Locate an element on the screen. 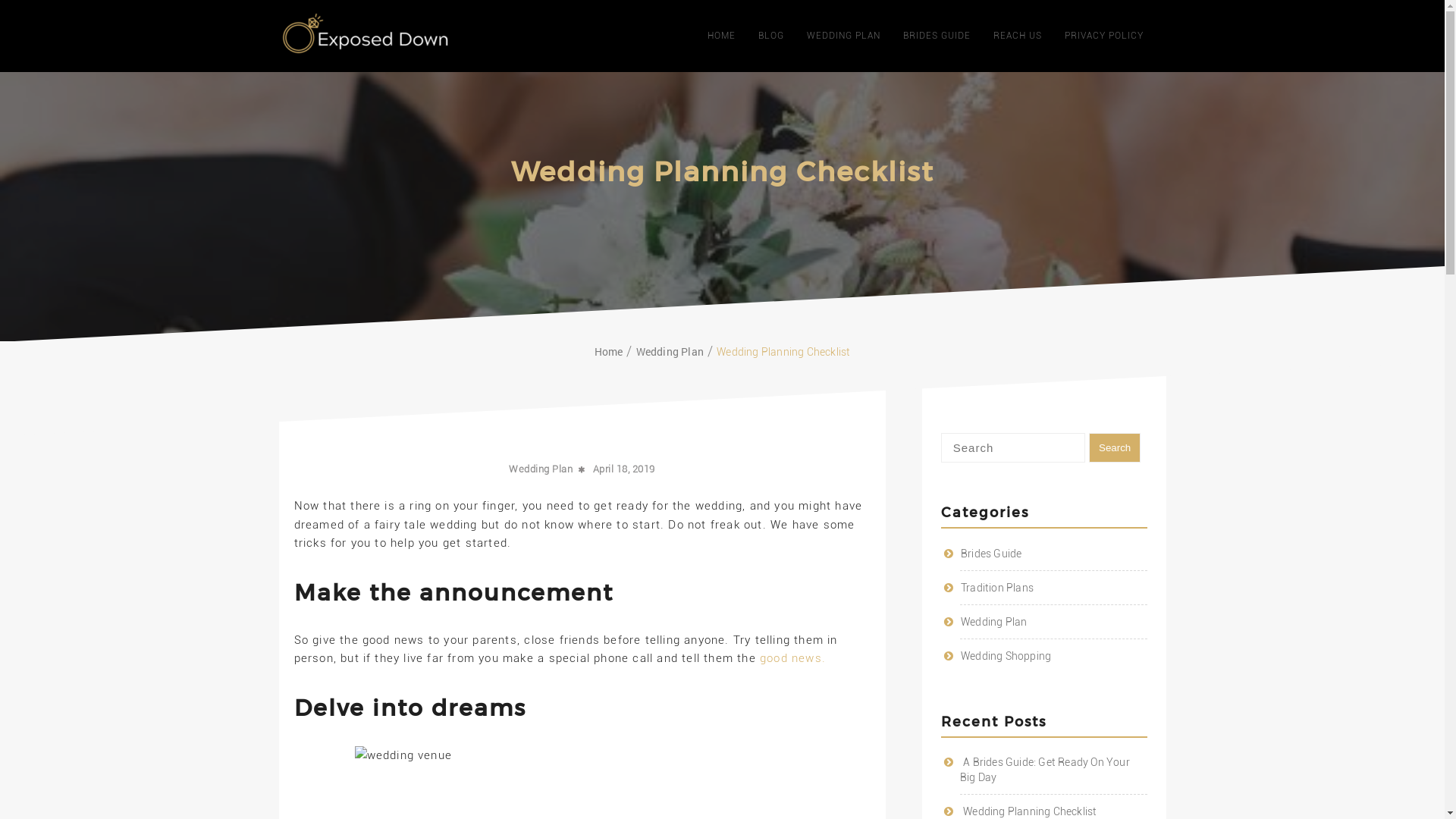  'Brides Guide' is located at coordinates (990, 553).